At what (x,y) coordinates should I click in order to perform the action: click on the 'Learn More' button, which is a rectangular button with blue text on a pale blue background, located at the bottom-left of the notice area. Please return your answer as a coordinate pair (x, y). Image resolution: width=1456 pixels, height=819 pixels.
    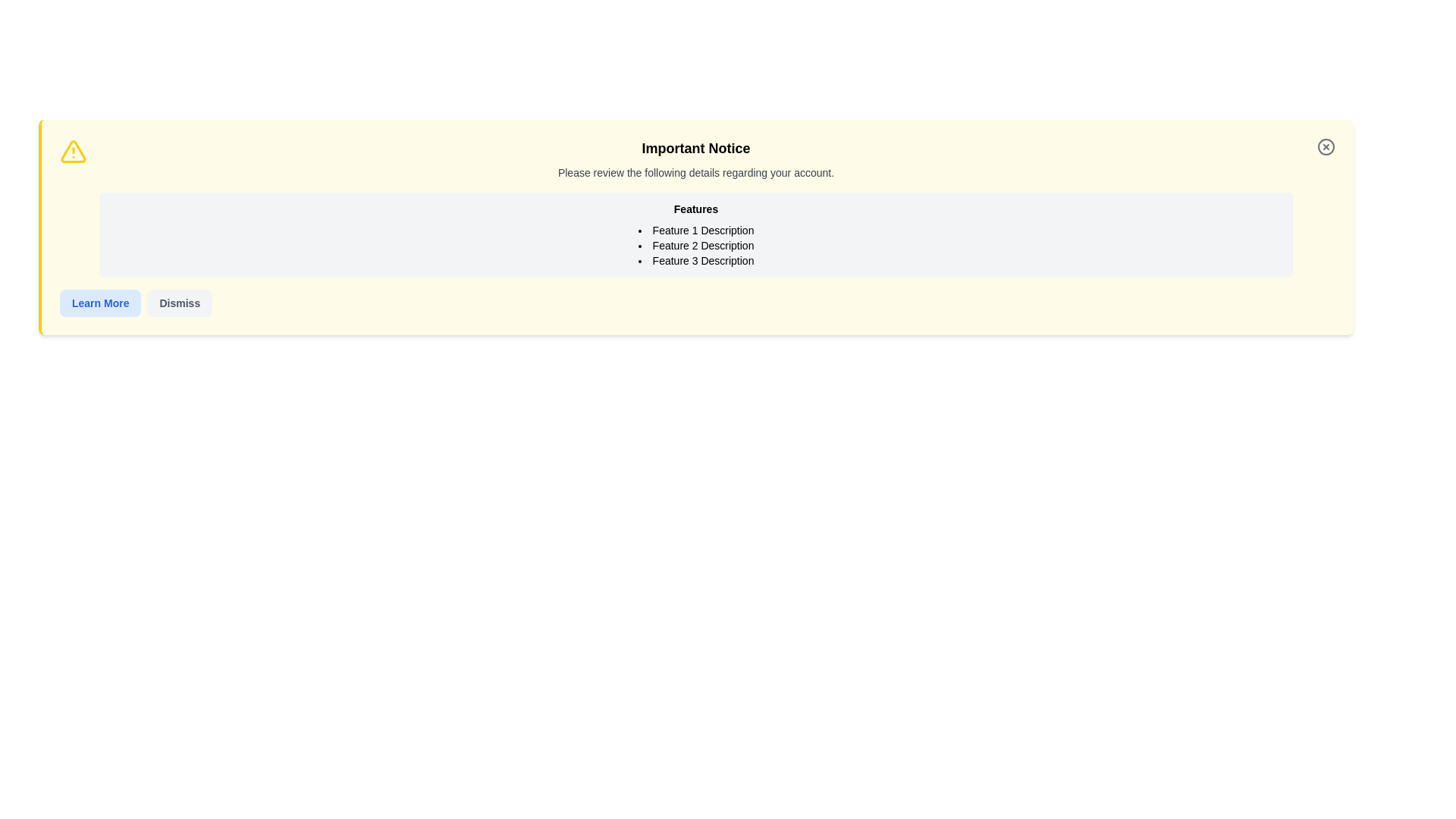
    Looking at the image, I should click on (99, 303).